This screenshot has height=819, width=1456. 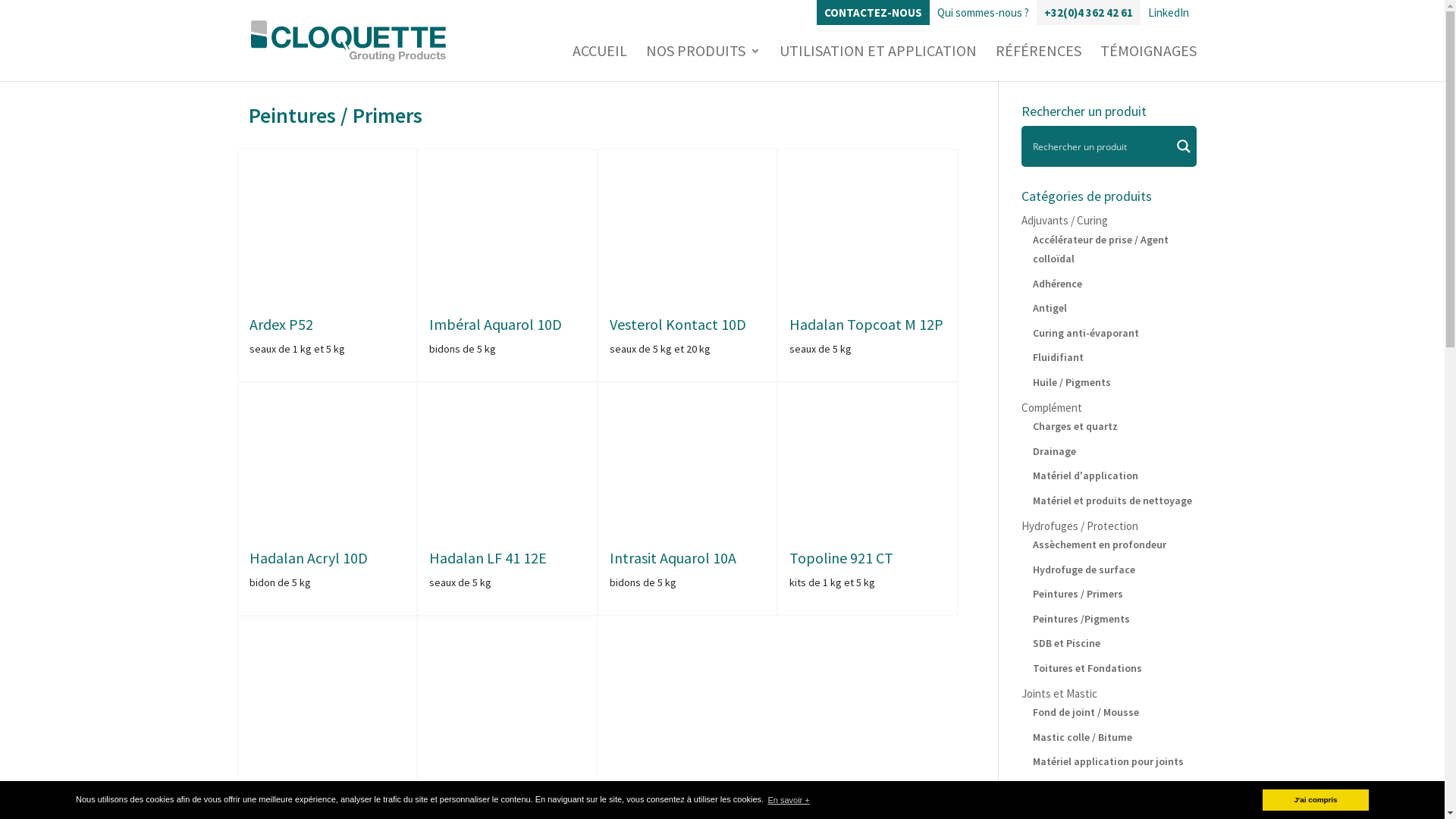 I want to click on 'Fond de joint / Mousse', so click(x=1084, y=711).